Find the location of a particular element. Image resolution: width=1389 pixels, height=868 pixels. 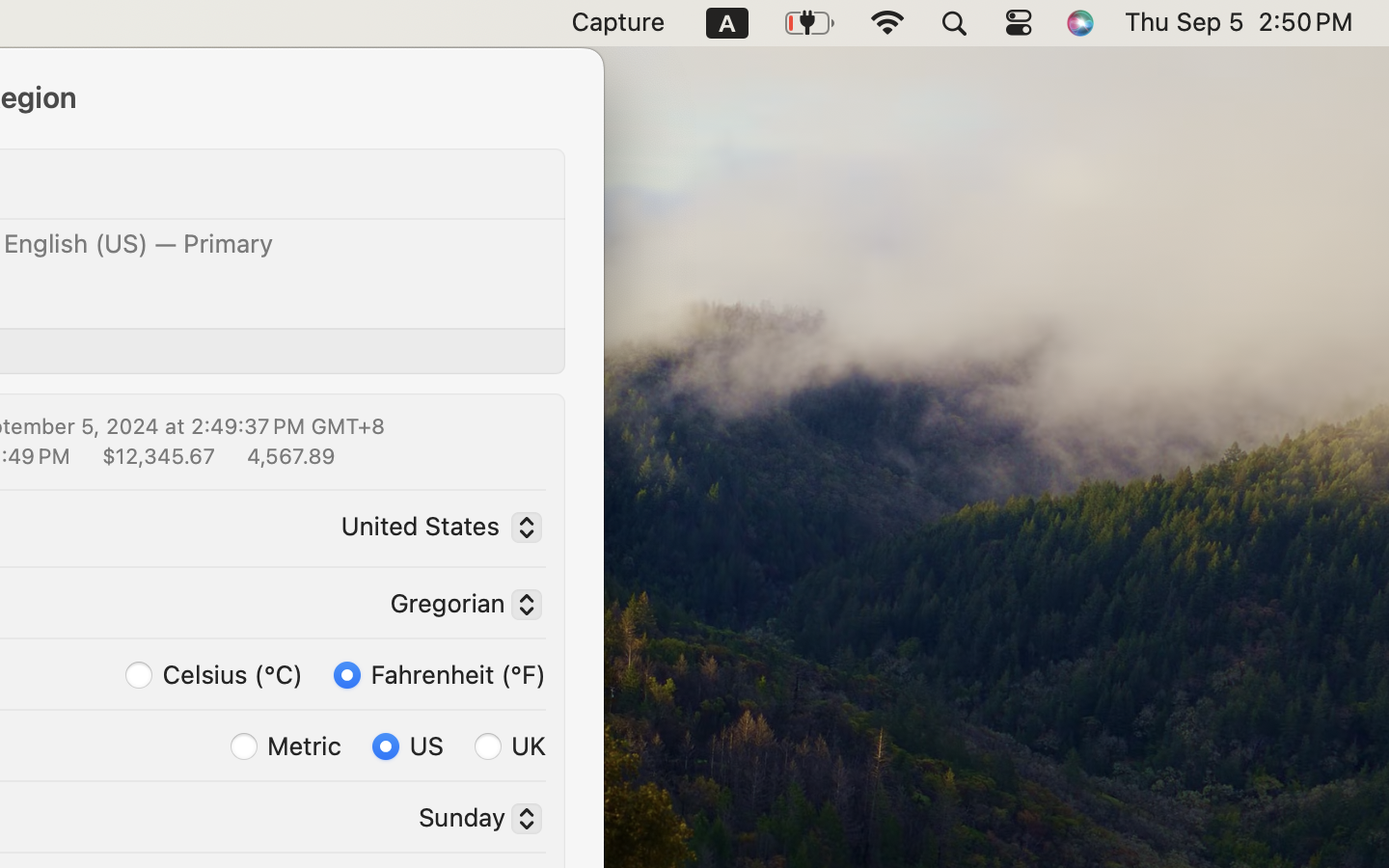

'United States' is located at coordinates (436, 529).